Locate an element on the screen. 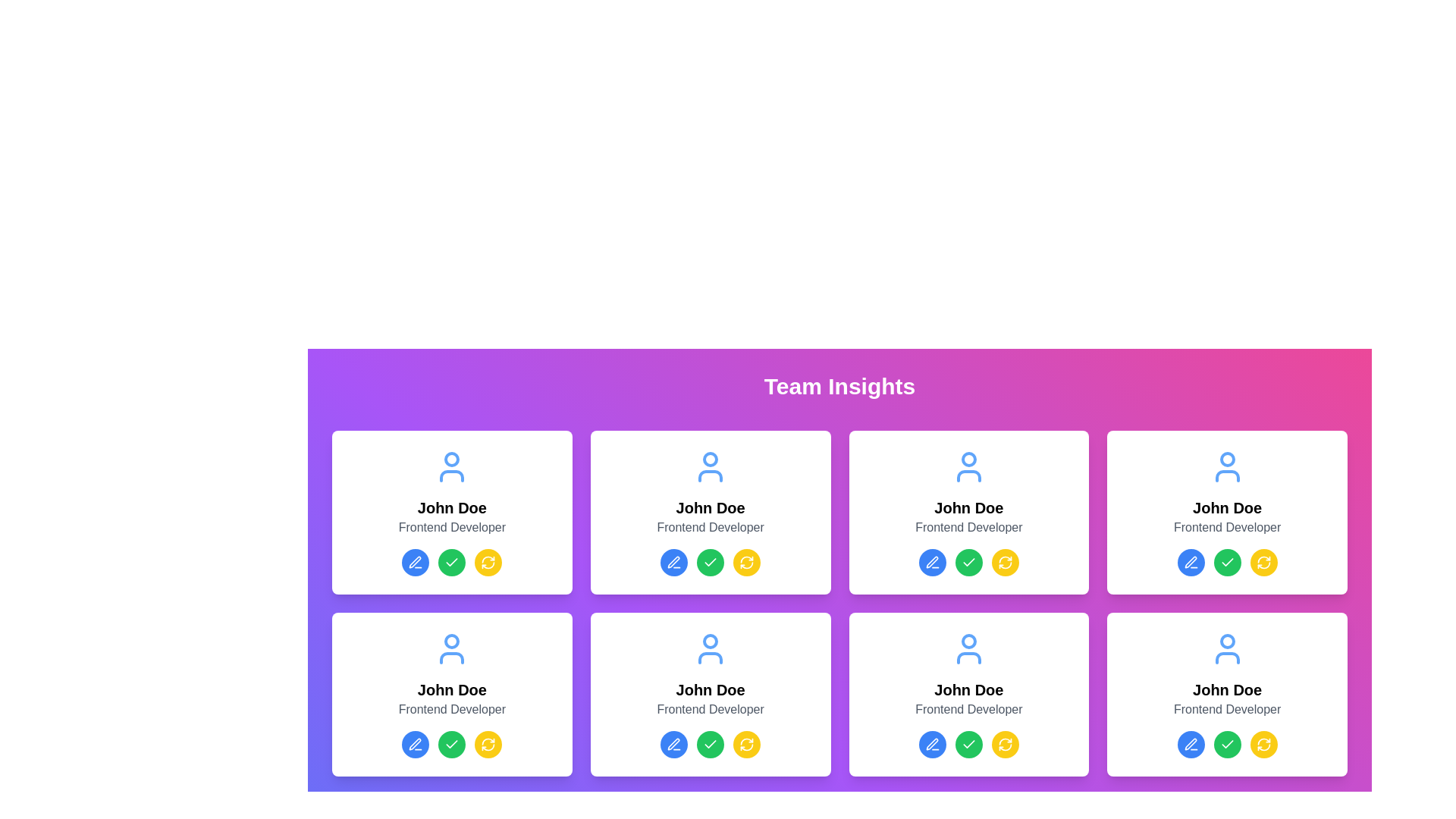 This screenshot has height=819, width=1456. the checkmark icon, which is the second button in the set of three circular buttons below the 'John Doe' profile card, to confirm an action is located at coordinates (451, 743).